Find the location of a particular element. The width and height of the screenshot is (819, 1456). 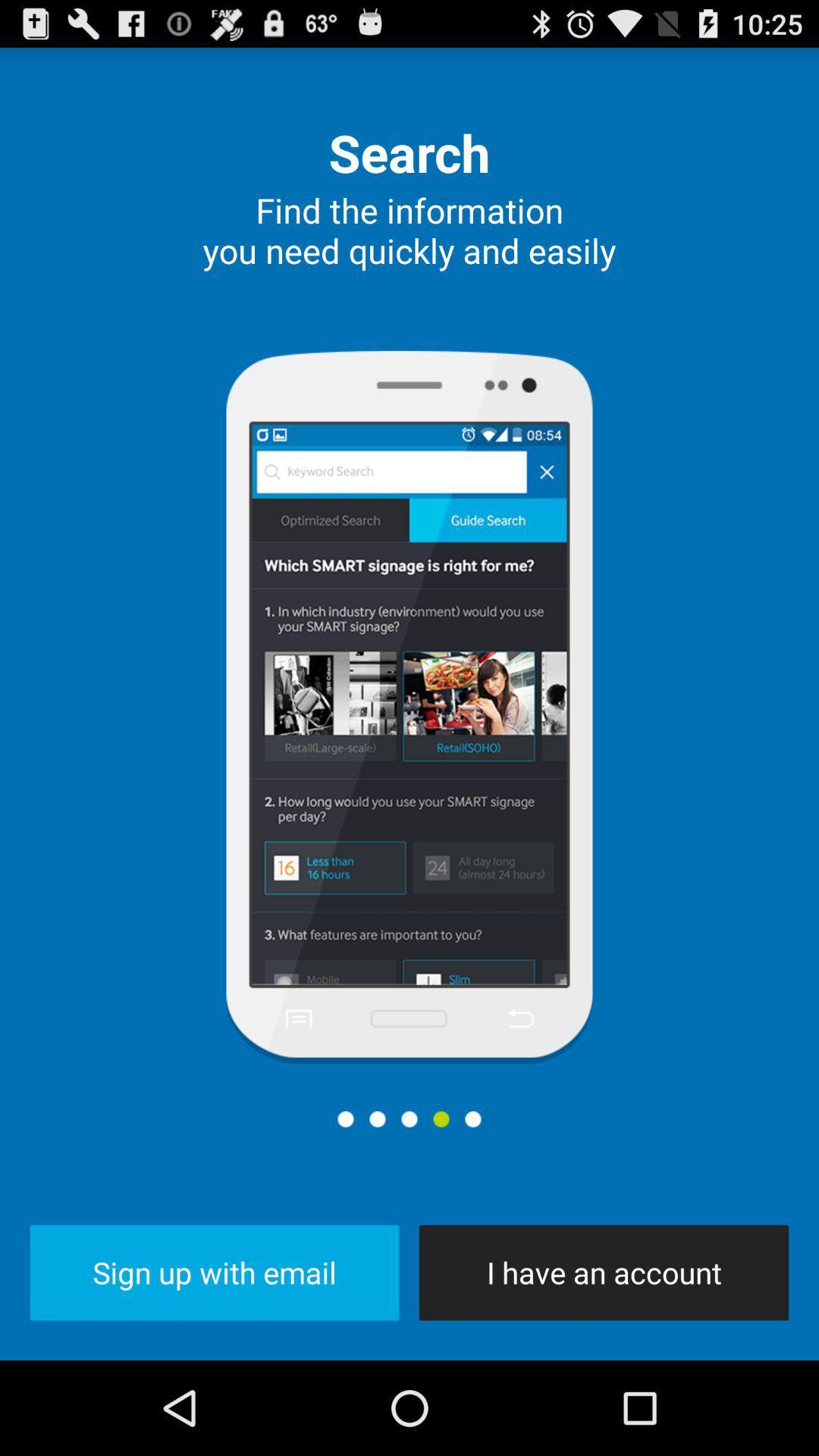

the item to the right of sign up with is located at coordinates (603, 1272).